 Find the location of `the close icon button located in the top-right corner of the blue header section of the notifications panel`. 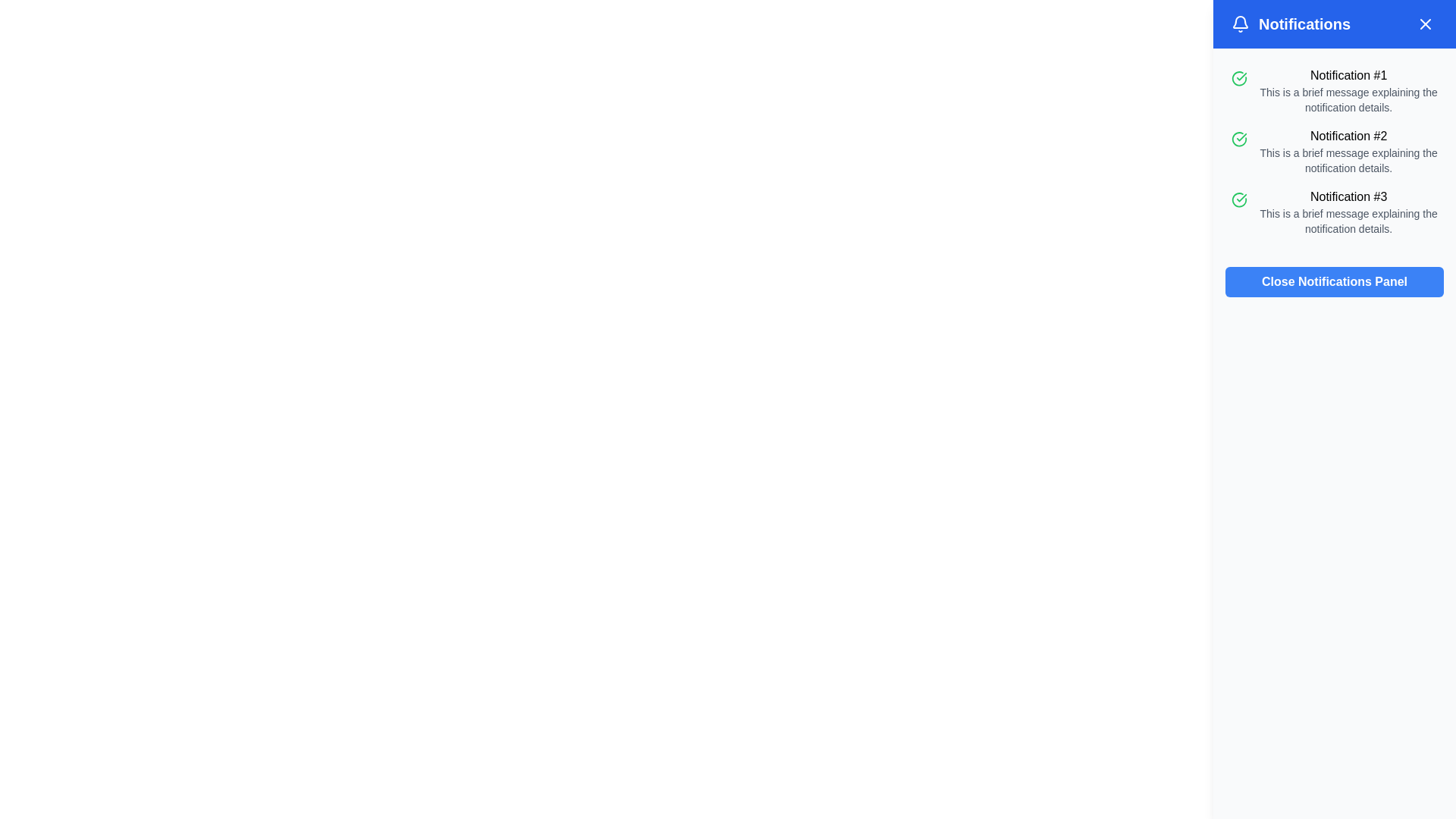

the close icon button located in the top-right corner of the blue header section of the notifications panel is located at coordinates (1425, 24).